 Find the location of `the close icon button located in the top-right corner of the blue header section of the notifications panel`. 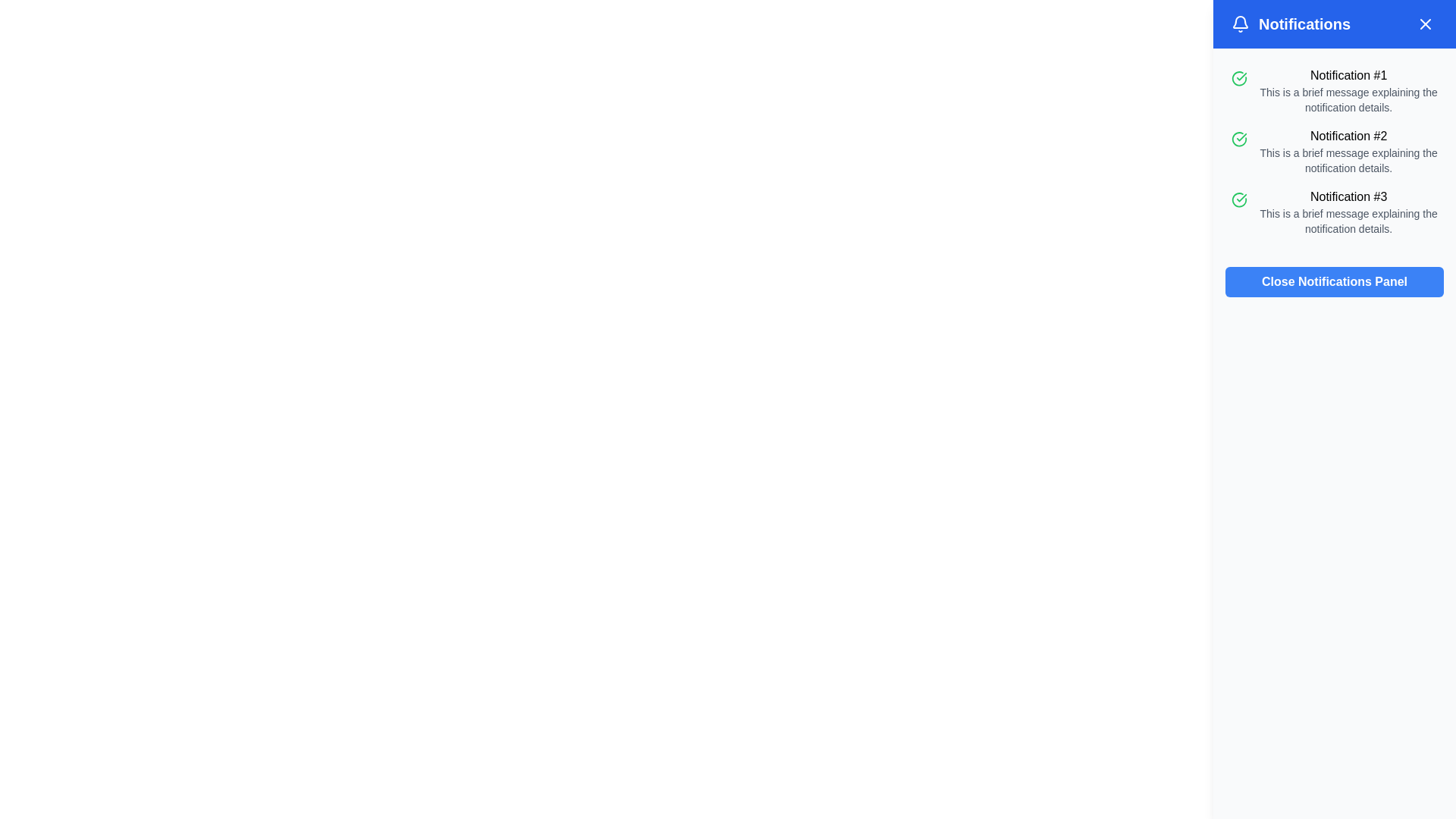

the close icon button located in the top-right corner of the blue header section of the notifications panel is located at coordinates (1425, 24).